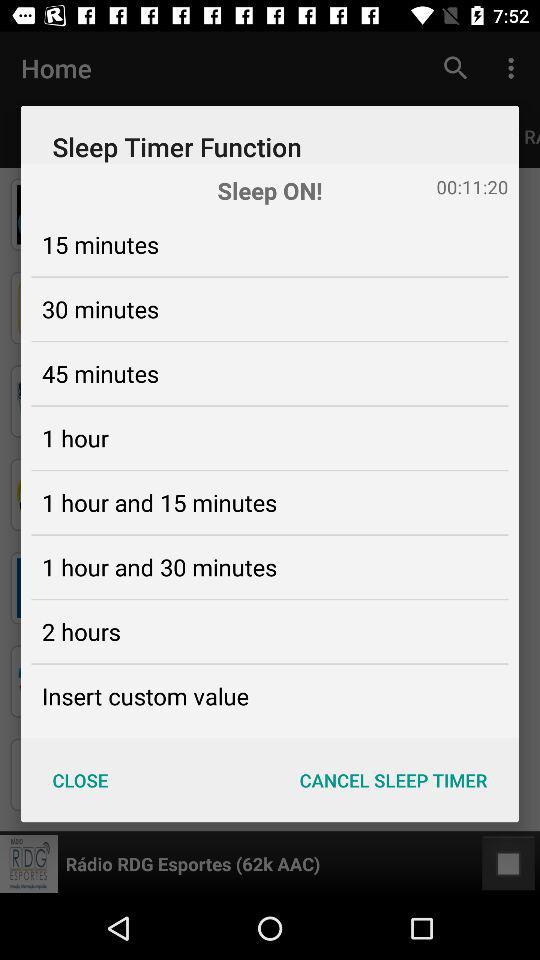  I want to click on icon next to cancel sleep timer, so click(79, 779).